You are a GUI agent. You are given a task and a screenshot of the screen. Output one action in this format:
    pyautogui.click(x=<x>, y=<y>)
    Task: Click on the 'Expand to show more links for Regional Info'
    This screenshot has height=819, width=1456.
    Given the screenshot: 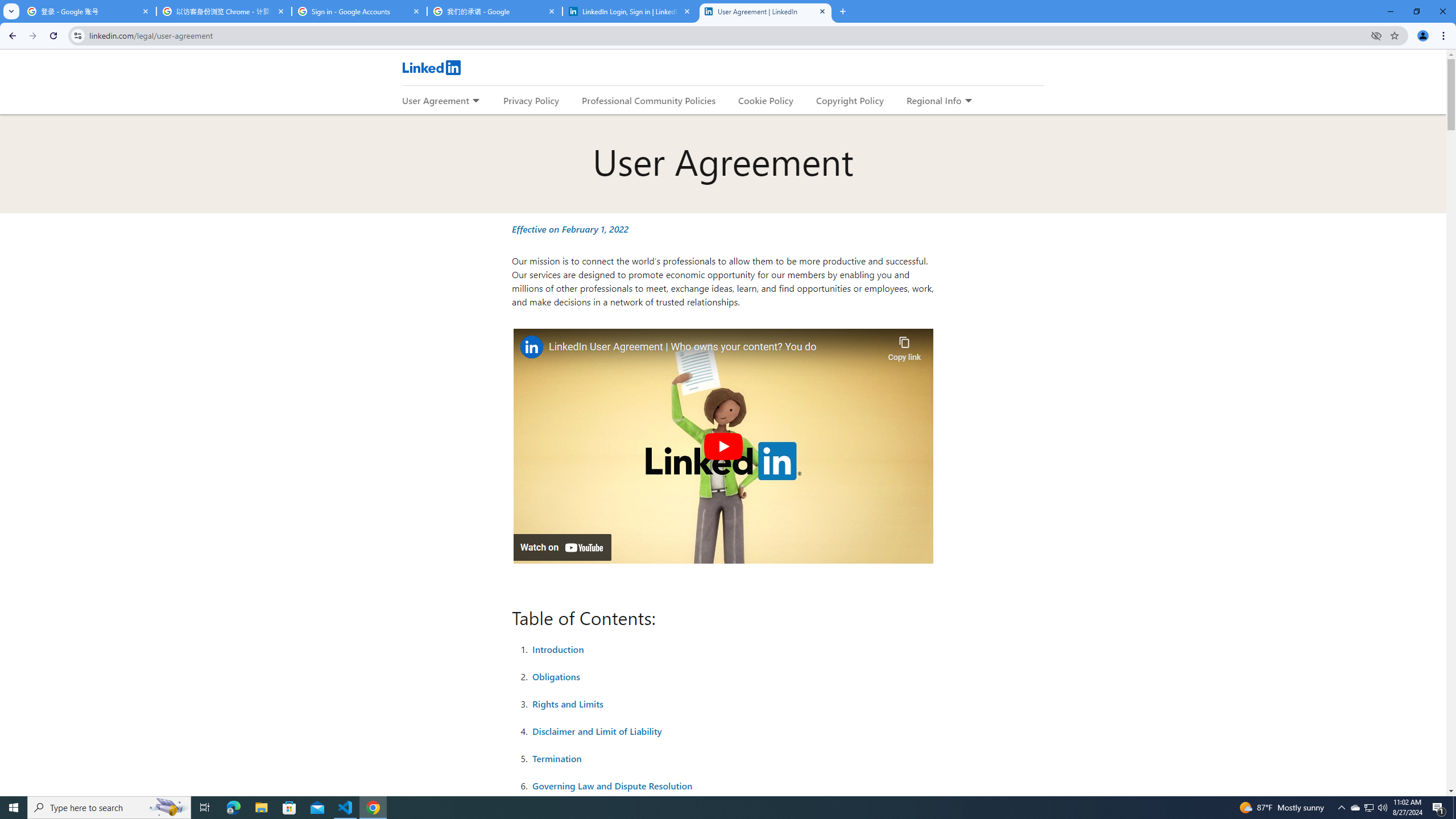 What is the action you would take?
    pyautogui.click(x=967, y=101)
    